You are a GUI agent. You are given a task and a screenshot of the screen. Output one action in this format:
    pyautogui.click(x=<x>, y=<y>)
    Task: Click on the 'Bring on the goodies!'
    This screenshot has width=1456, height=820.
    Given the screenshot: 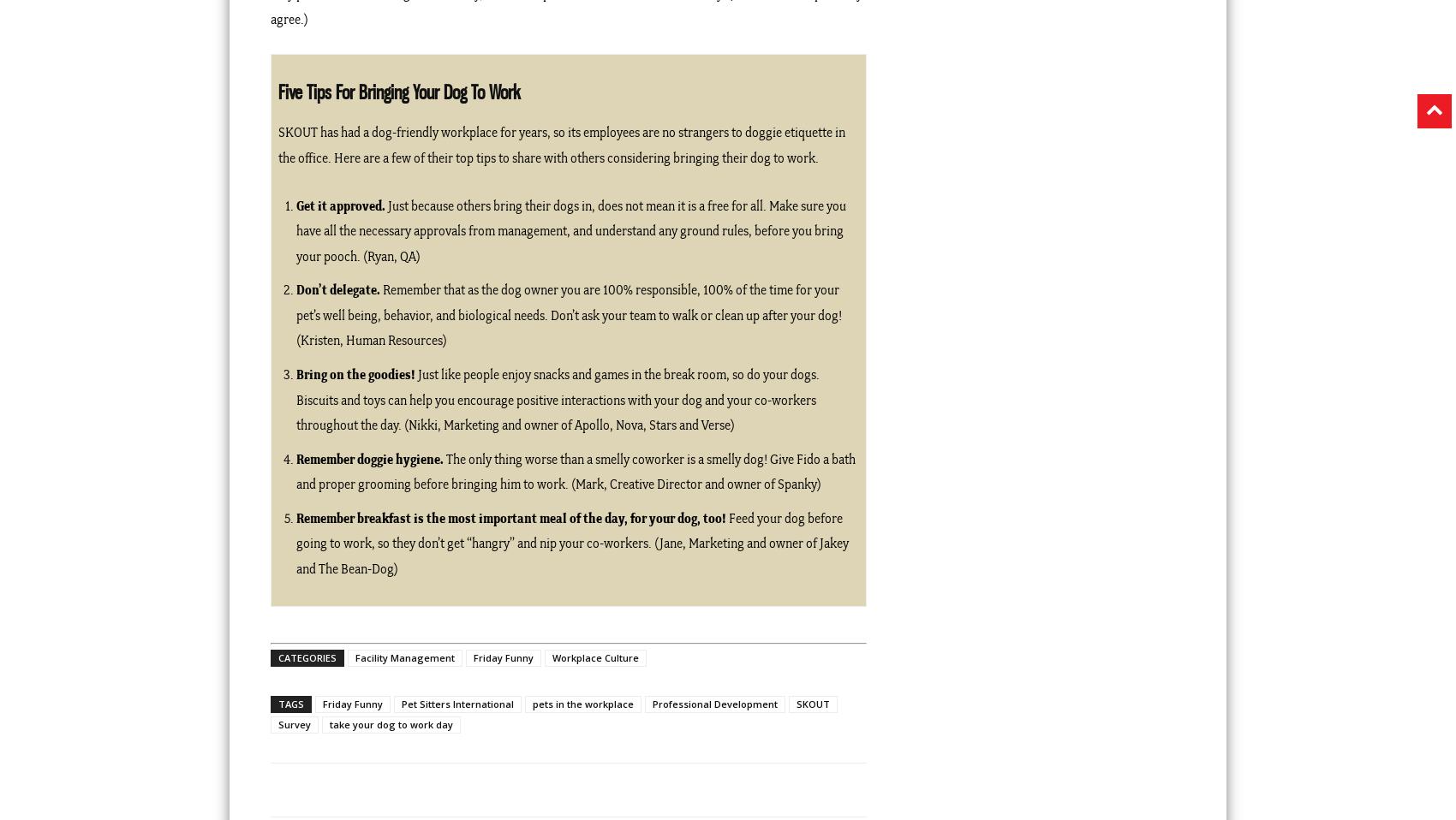 What is the action you would take?
    pyautogui.click(x=355, y=374)
    